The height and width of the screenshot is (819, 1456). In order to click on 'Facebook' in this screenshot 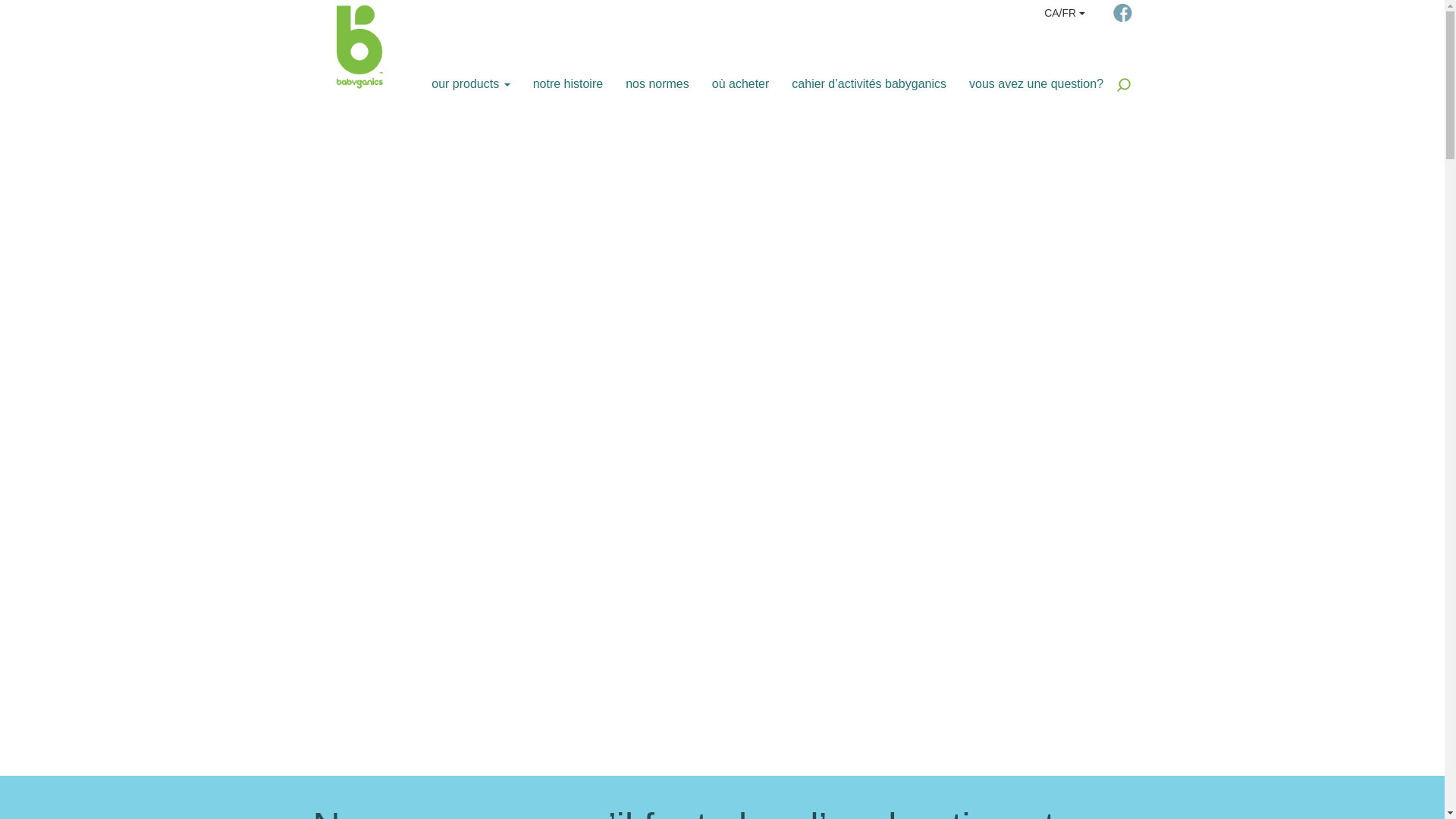, I will do `click(1113, 12)`.